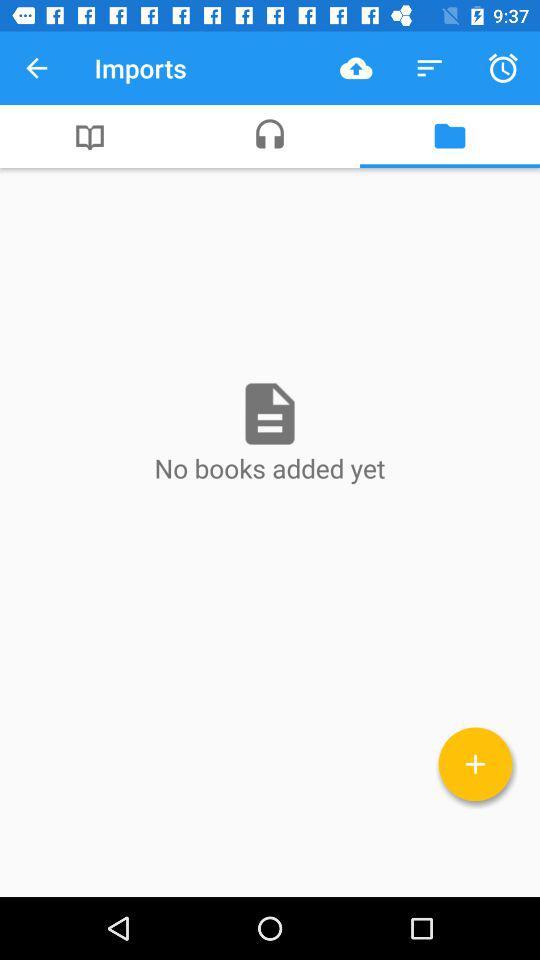  What do you see at coordinates (355, 68) in the screenshot?
I see `icon next to the imports icon` at bounding box center [355, 68].